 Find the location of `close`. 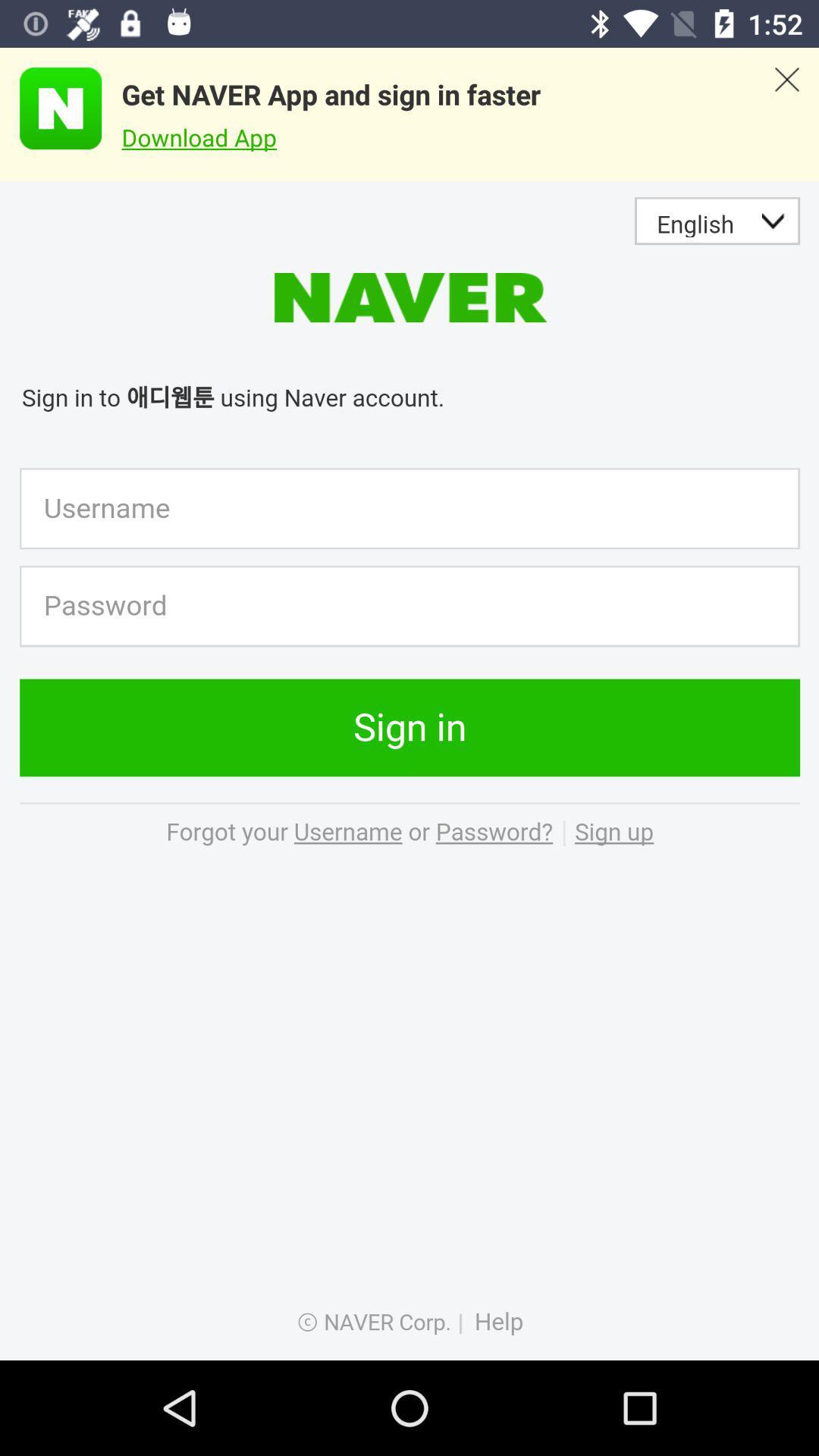

close is located at coordinates (786, 114).